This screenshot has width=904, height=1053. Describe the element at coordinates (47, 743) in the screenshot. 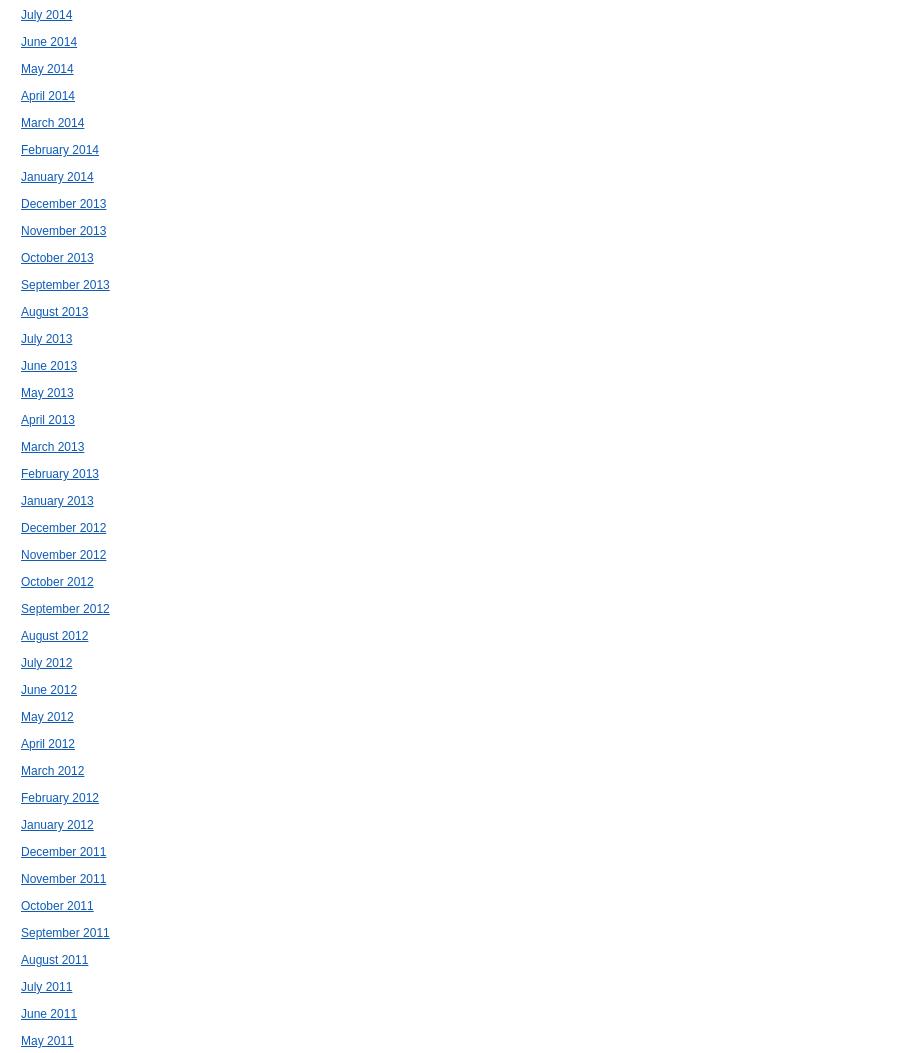

I see `'April 2012'` at that location.